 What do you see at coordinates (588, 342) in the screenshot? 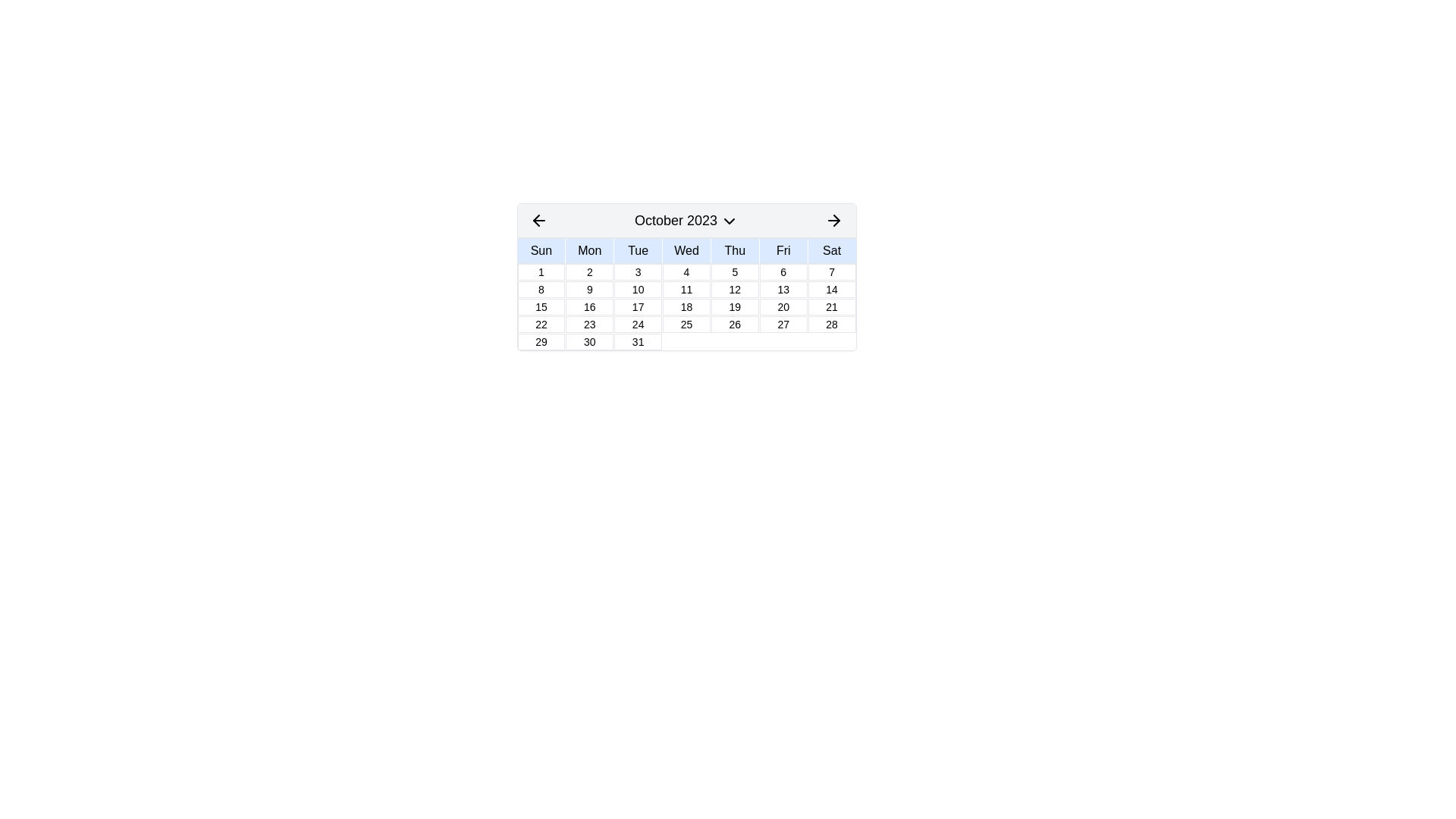
I see `the calendar day cell displaying the number '30' located in the bottom row, sixth column of the calendar grid` at bounding box center [588, 342].